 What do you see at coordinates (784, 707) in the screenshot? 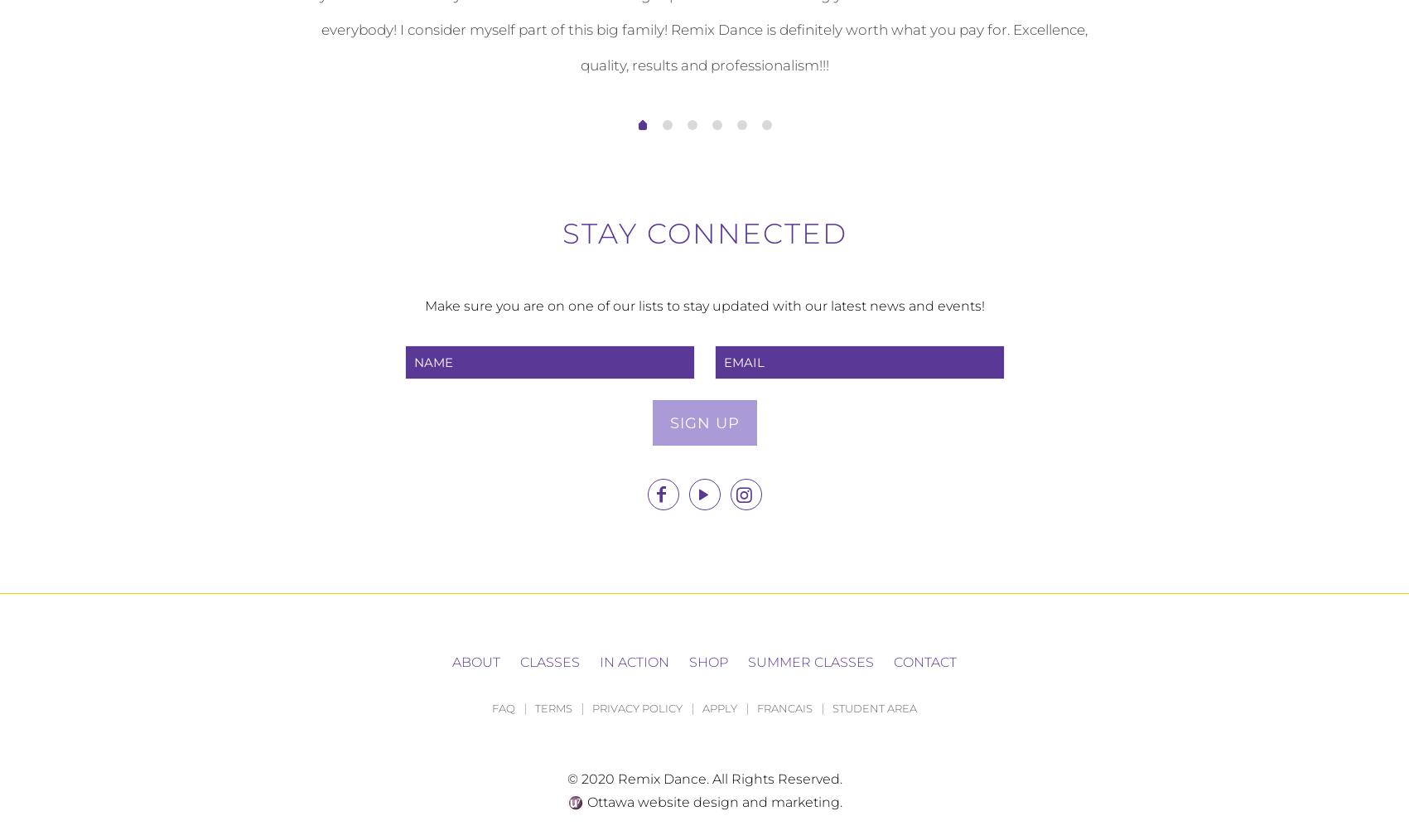
I see `'Francais'` at bounding box center [784, 707].